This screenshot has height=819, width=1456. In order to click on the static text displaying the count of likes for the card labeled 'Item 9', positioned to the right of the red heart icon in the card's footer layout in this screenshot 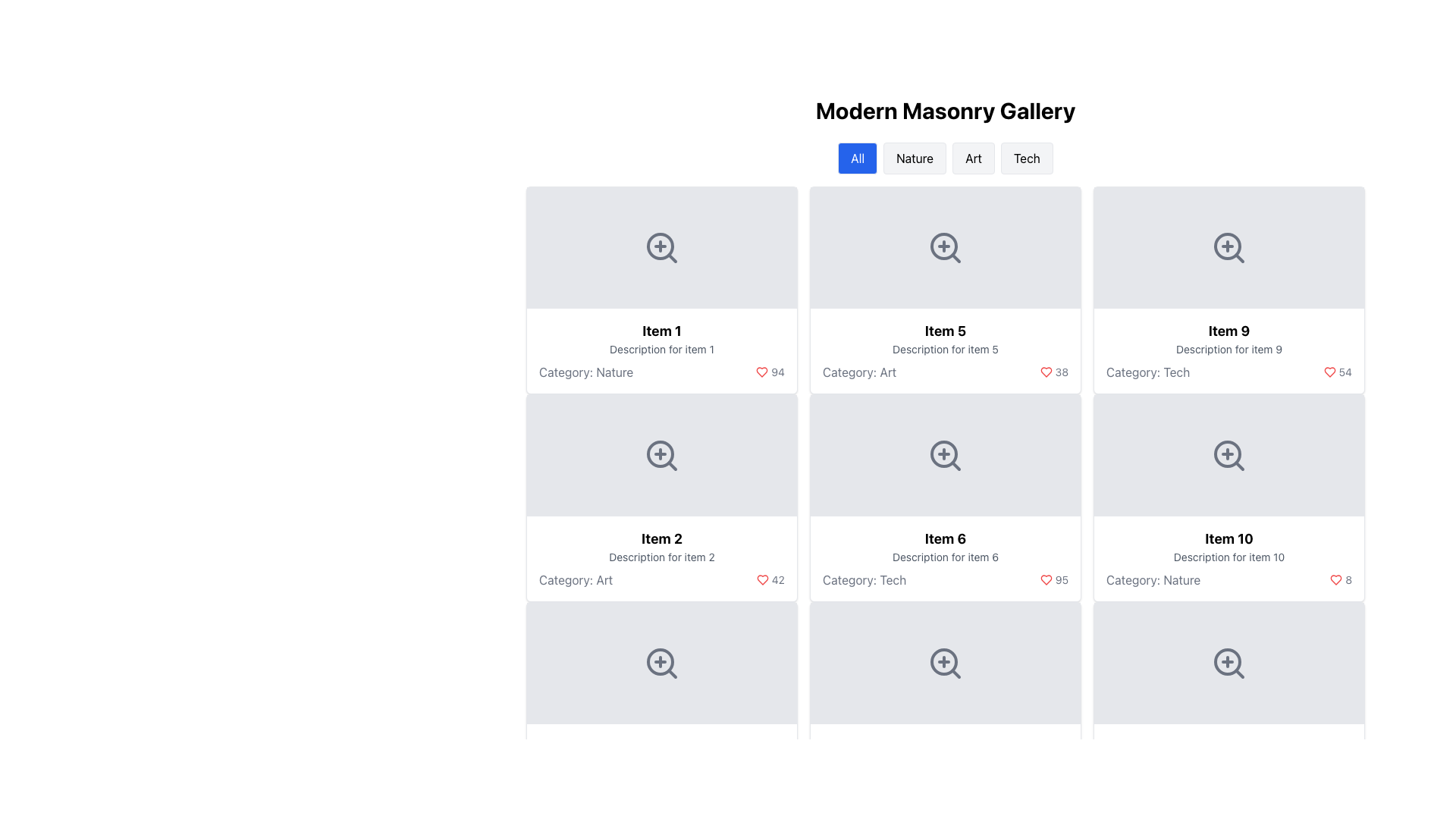, I will do `click(1345, 372)`.